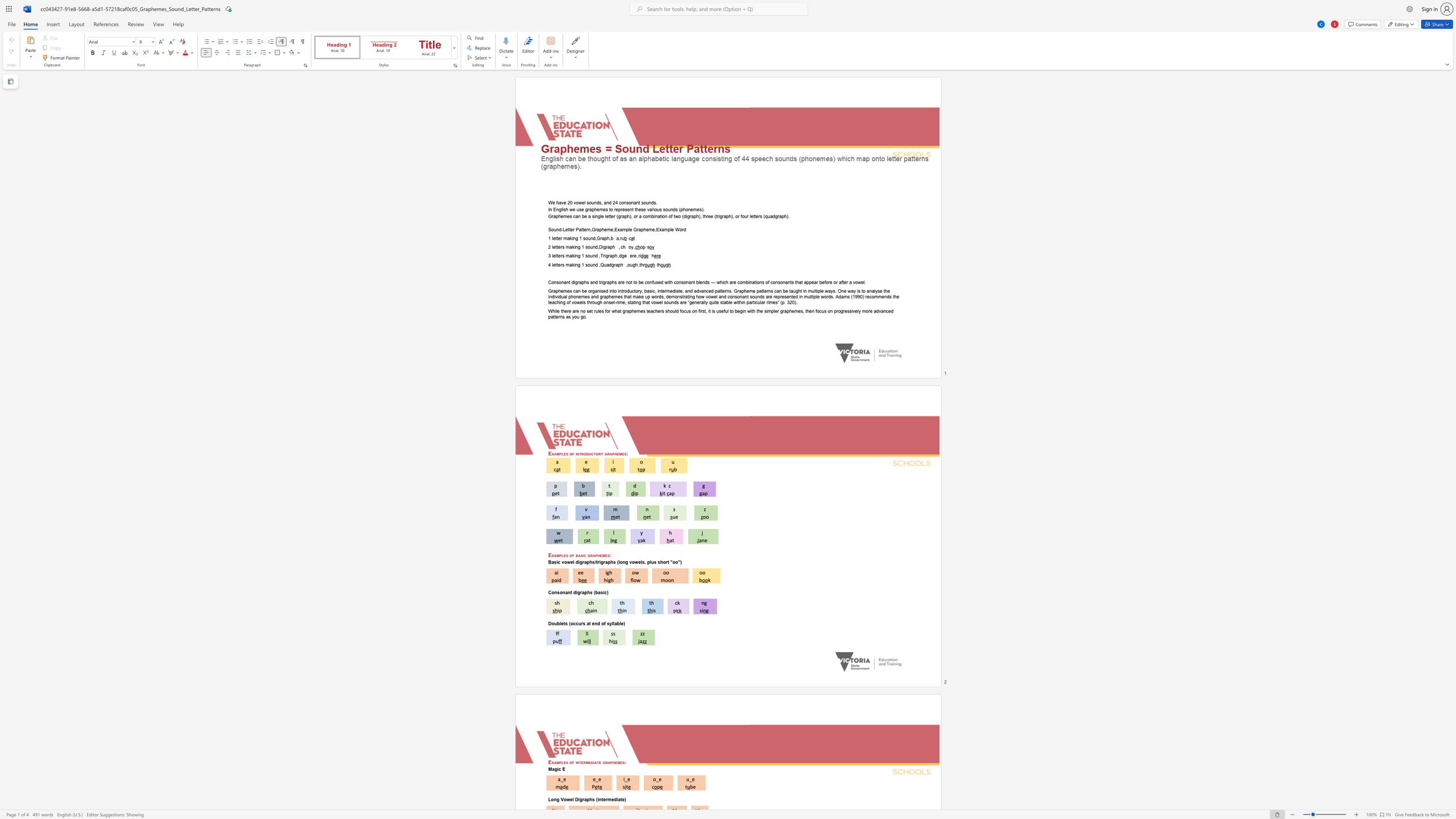  I want to click on the subset text "ic" within the text "Consonant digraphs (basic)", so click(602, 592).